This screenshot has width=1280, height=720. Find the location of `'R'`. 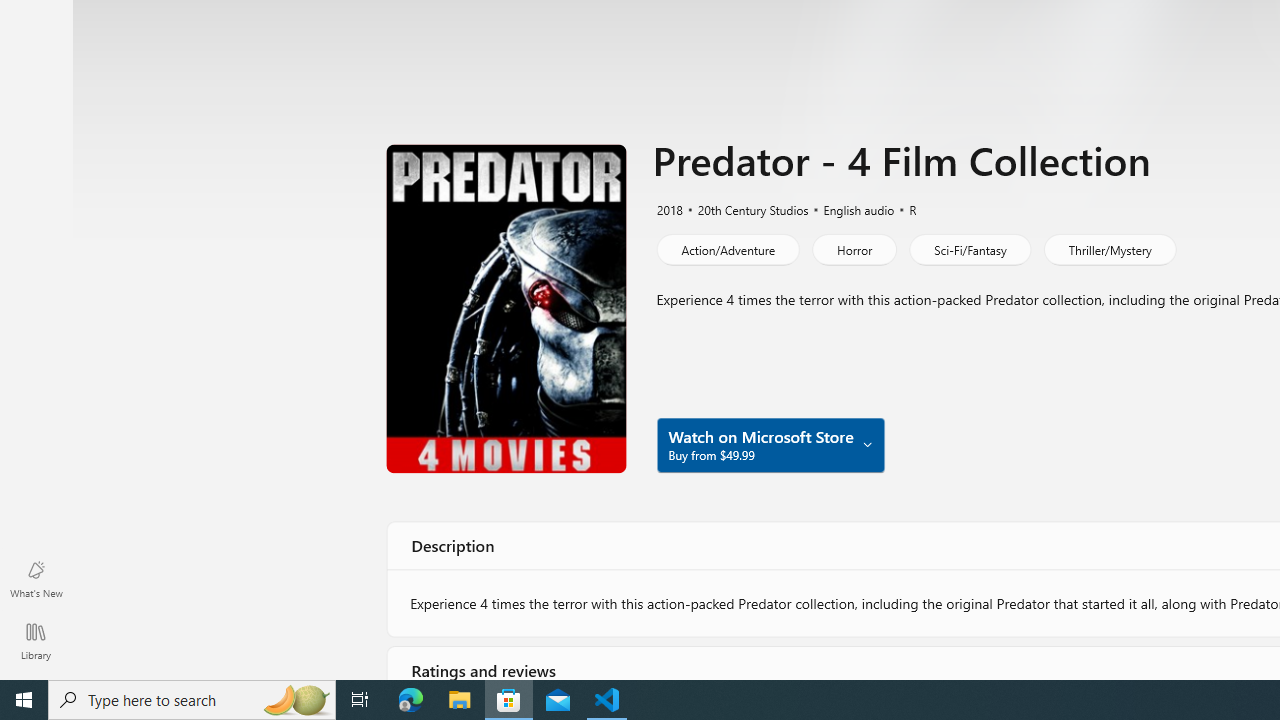

'R' is located at coordinates (903, 208).